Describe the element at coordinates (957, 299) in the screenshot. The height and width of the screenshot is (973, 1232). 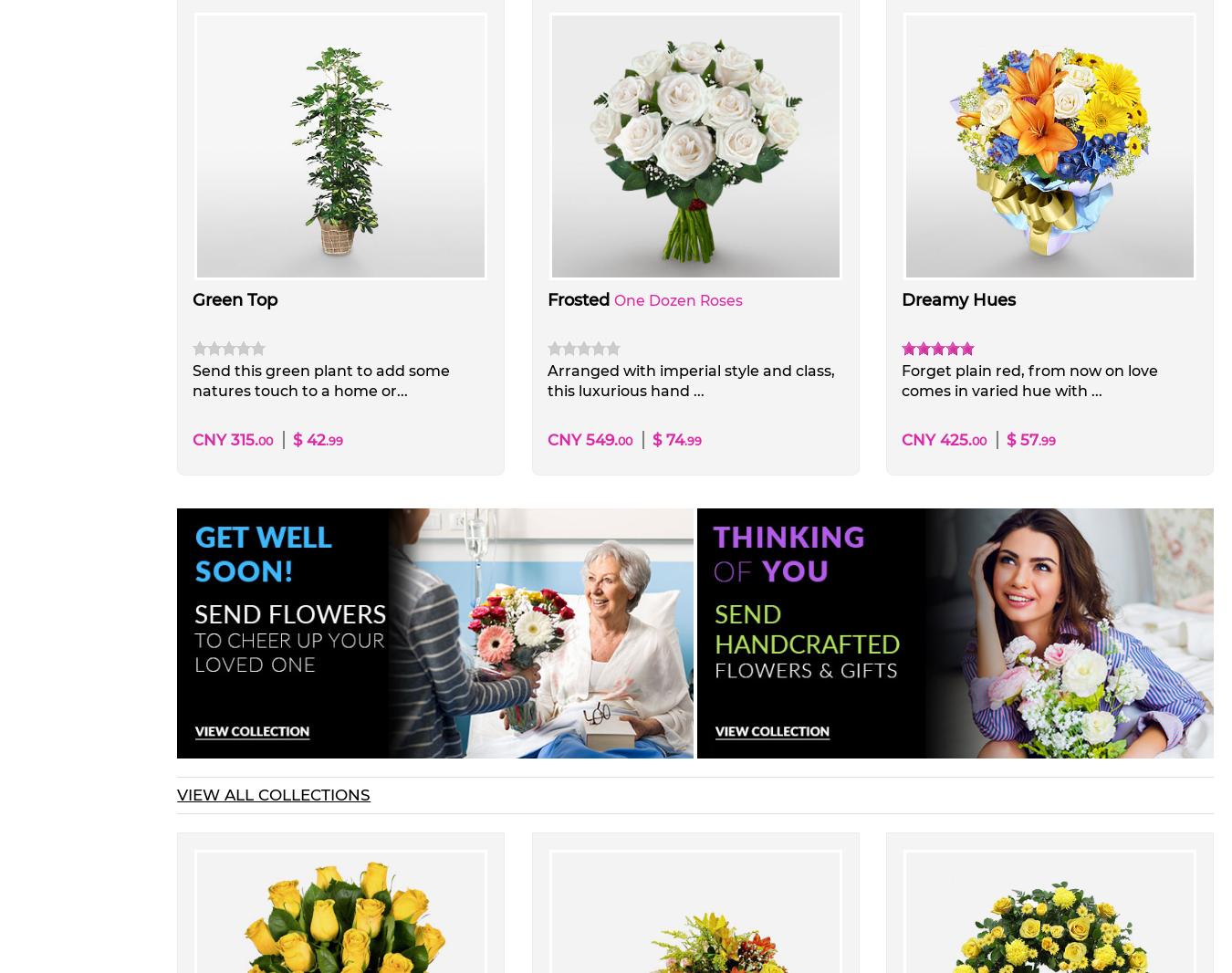
I see `'Dreamy Hues'` at that location.